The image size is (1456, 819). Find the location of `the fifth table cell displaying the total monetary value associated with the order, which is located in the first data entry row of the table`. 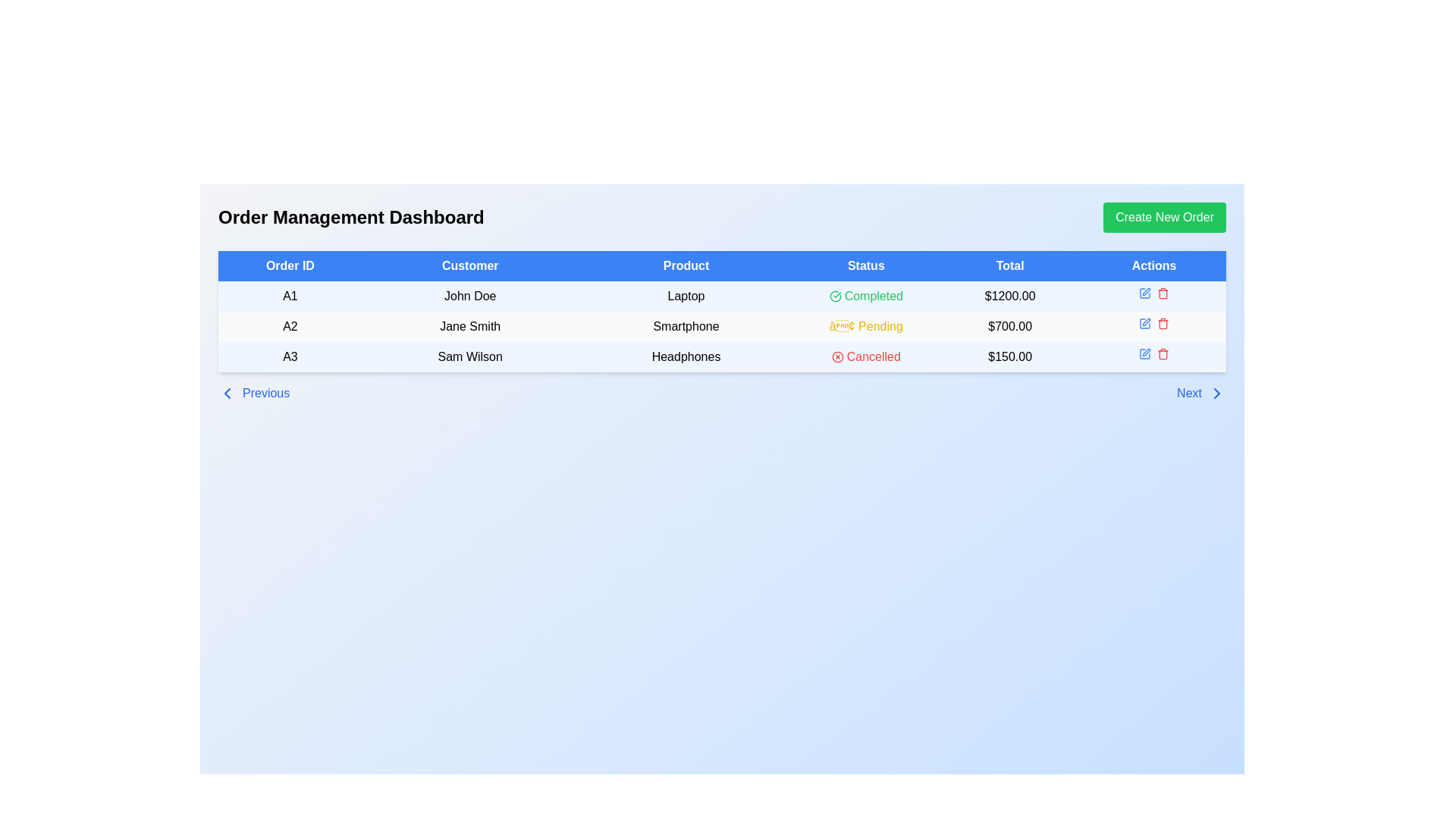

the fifth table cell displaying the total monetary value associated with the order, which is located in the first data entry row of the table is located at coordinates (1010, 296).